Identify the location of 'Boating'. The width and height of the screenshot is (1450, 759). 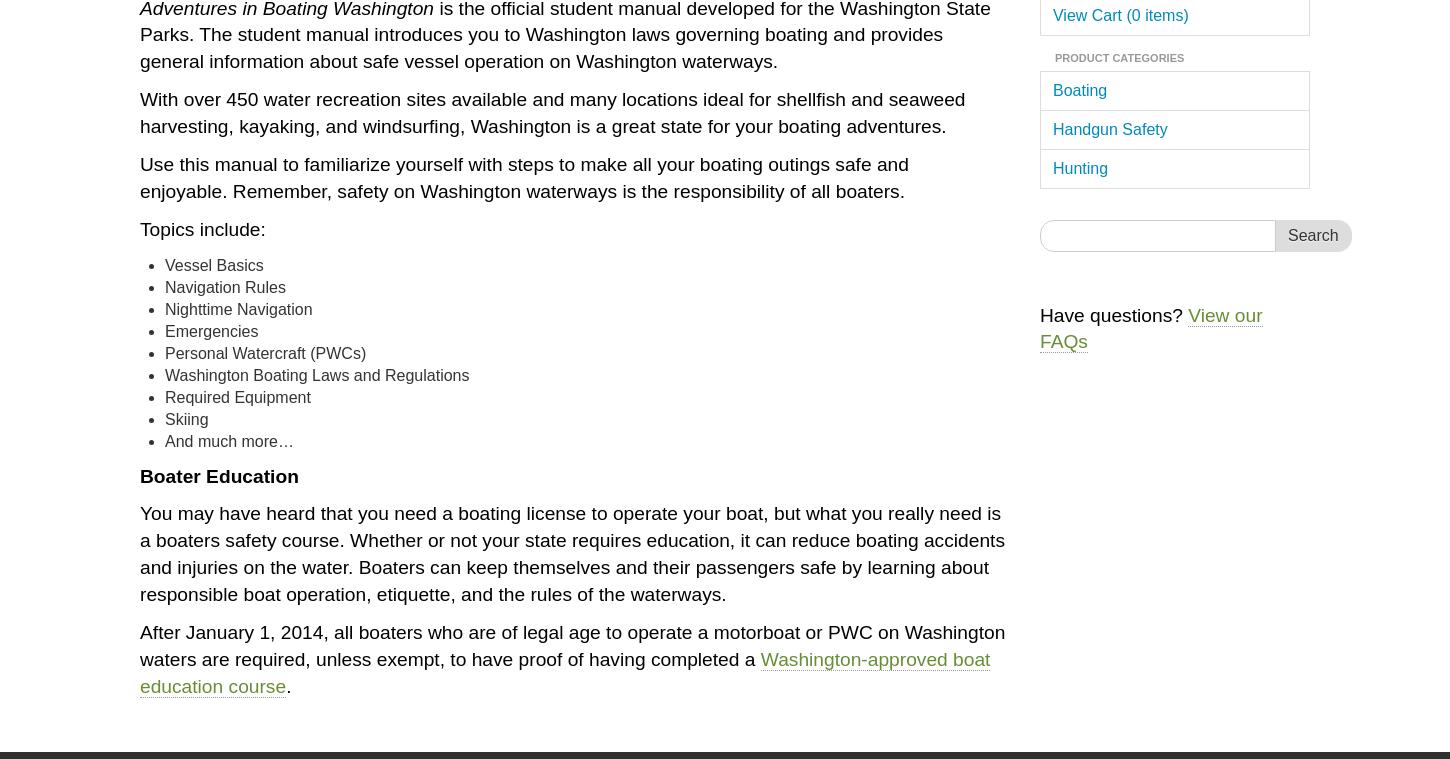
(1079, 88).